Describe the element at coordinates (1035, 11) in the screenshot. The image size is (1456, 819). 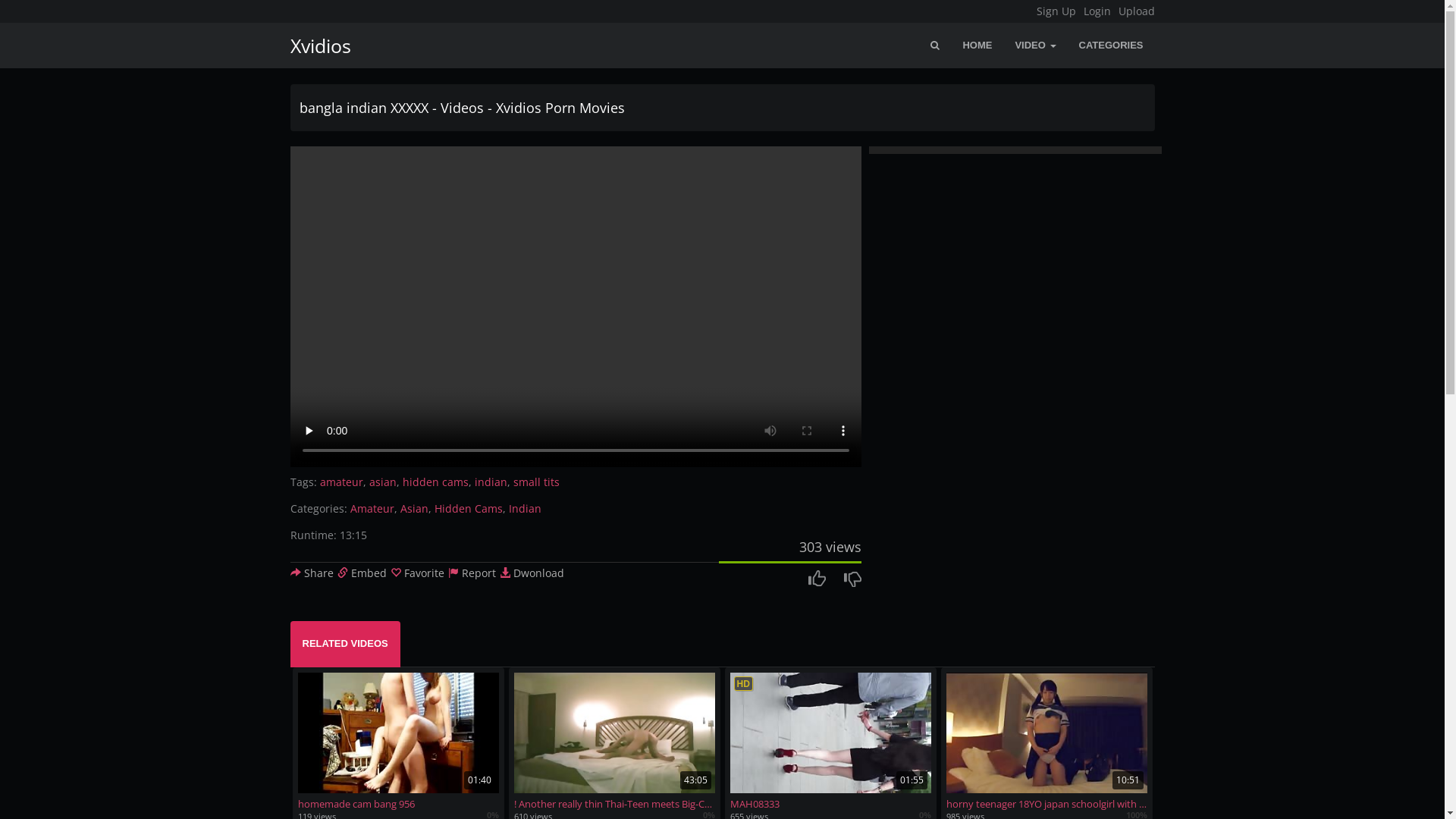
I see `'Sign Up'` at that location.